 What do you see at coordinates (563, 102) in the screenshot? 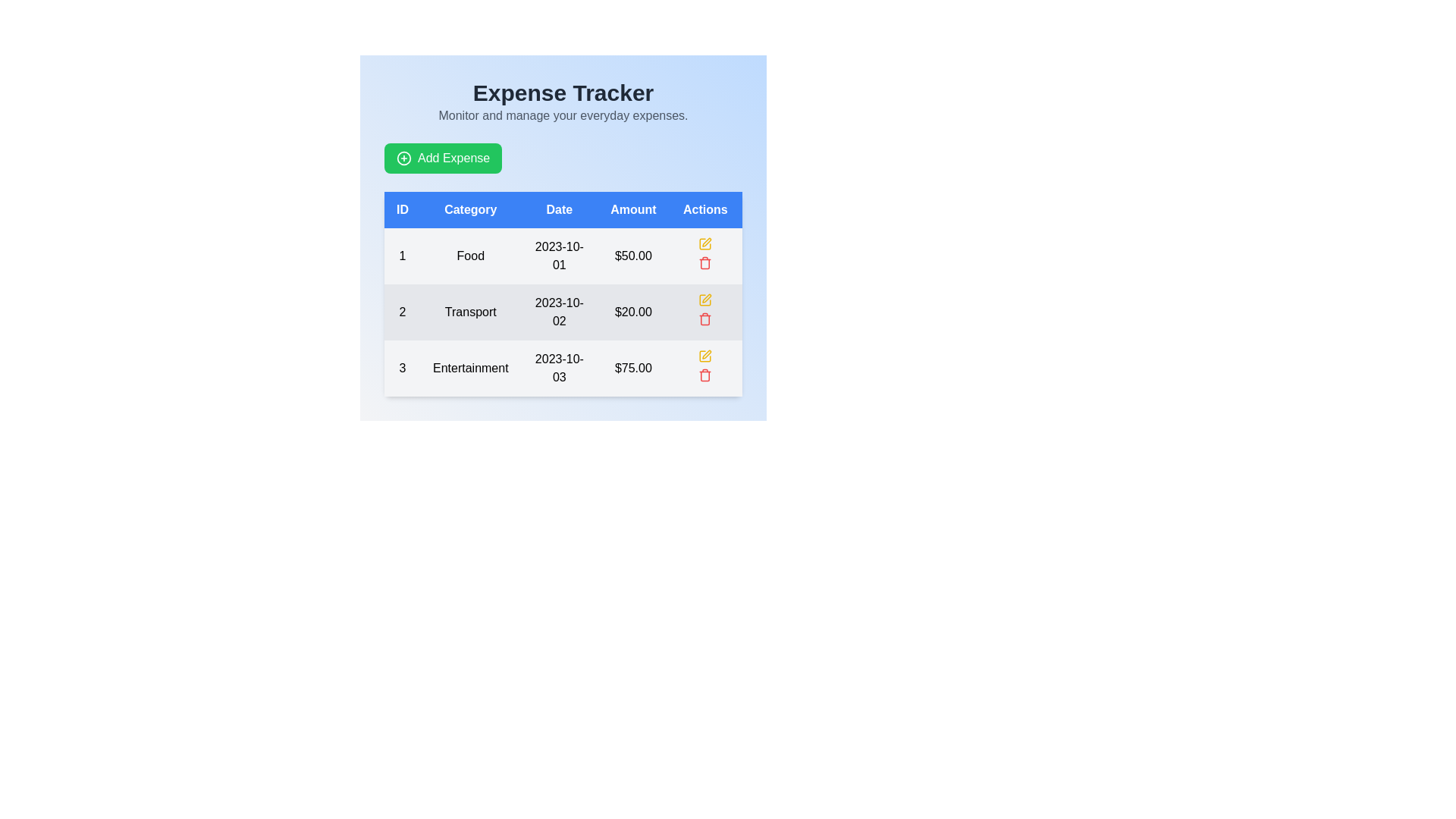
I see `the Text Block that serves as the title and subtitle of the section, providing context about the displayed data and actions` at bounding box center [563, 102].